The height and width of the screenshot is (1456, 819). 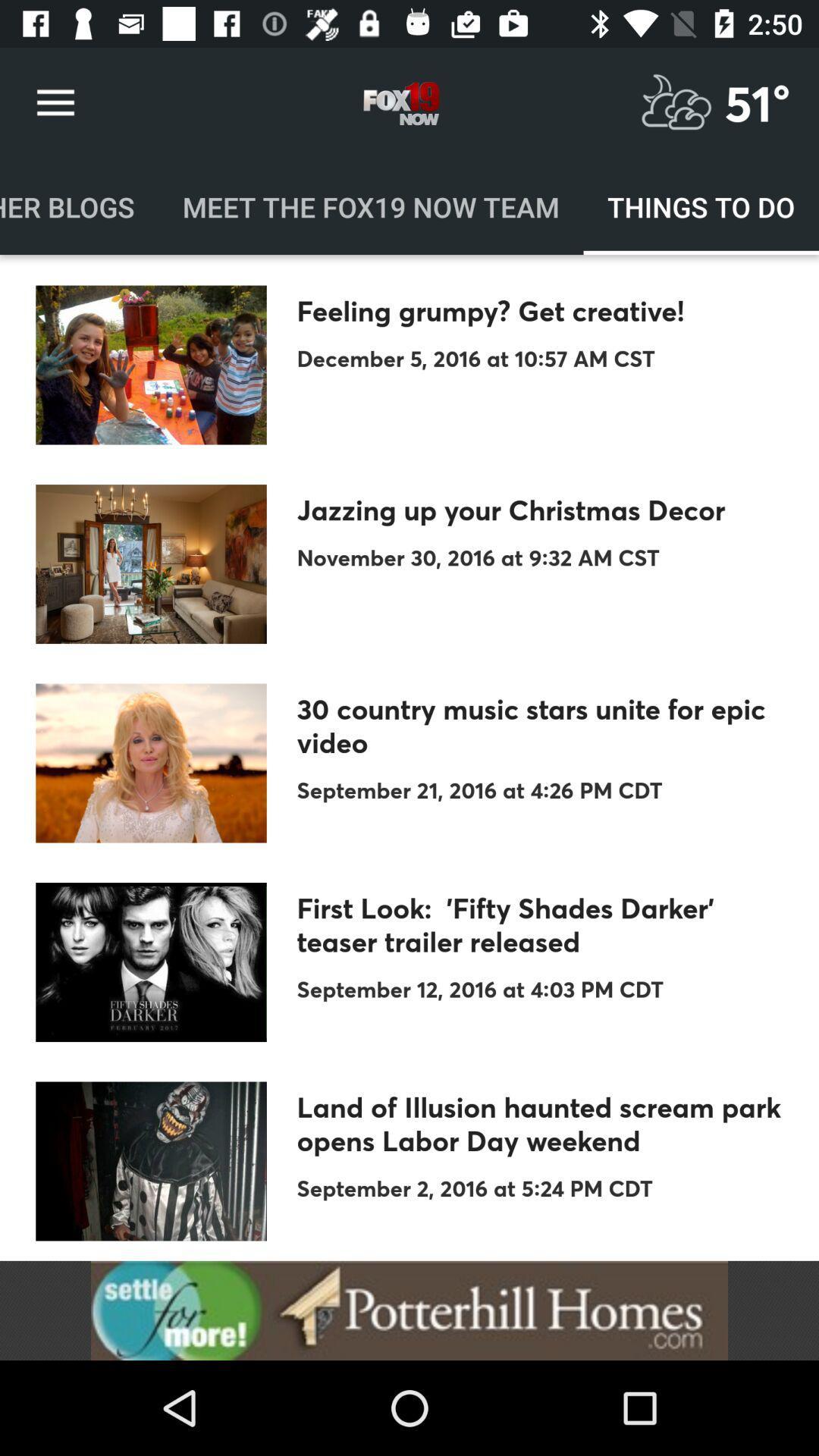 I want to click on click here to check the weather, so click(x=676, y=102).